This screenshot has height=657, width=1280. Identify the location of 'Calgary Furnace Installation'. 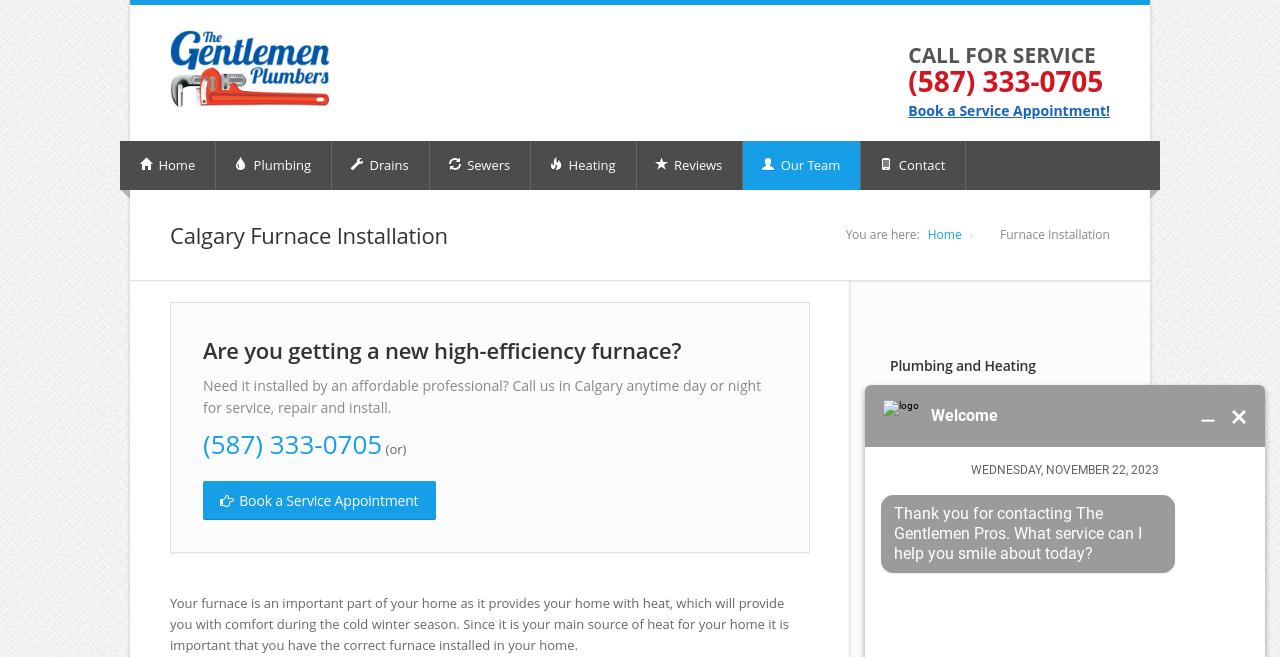
(307, 235).